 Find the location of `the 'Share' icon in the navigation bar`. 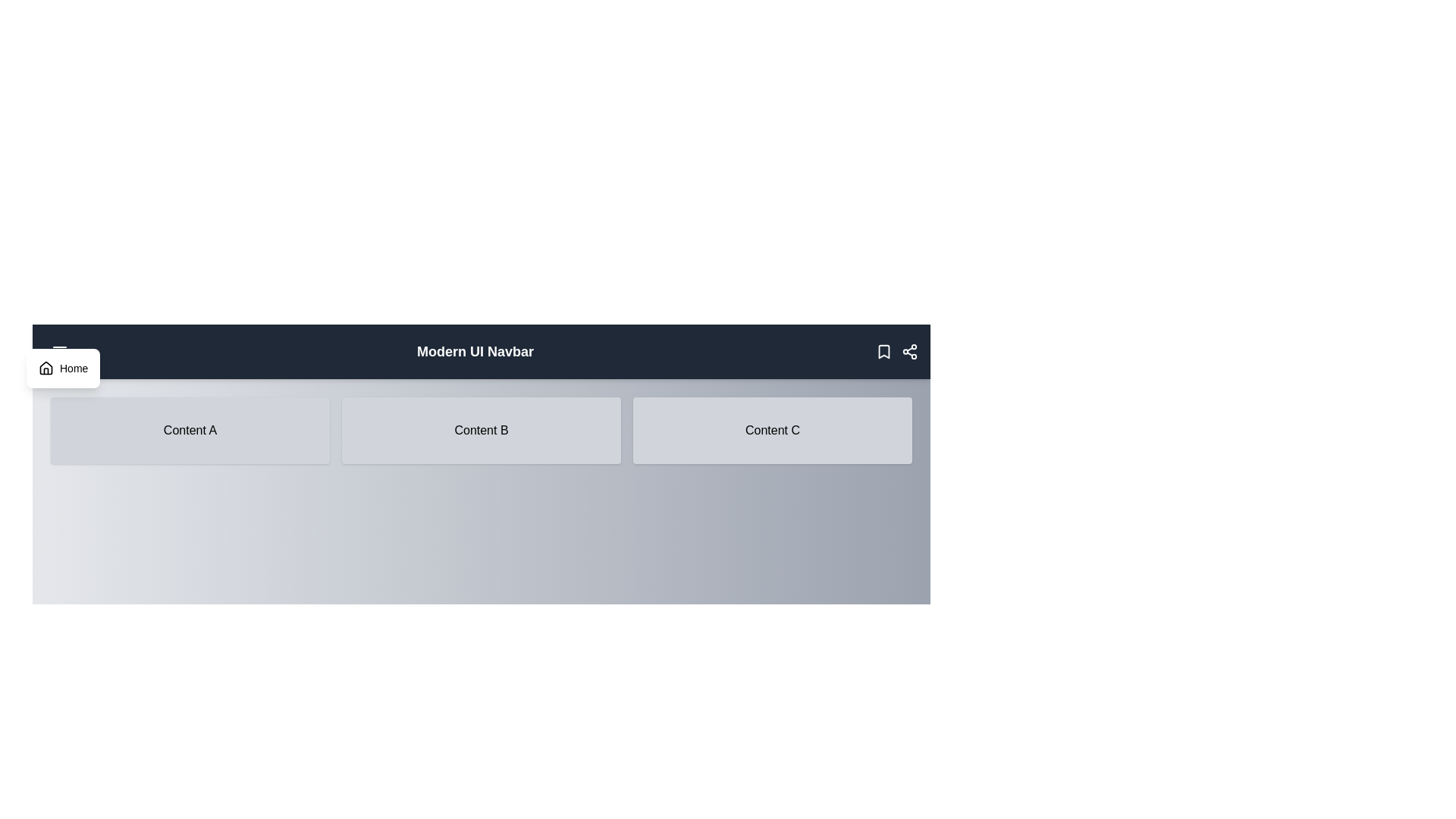

the 'Share' icon in the navigation bar is located at coordinates (910, 351).